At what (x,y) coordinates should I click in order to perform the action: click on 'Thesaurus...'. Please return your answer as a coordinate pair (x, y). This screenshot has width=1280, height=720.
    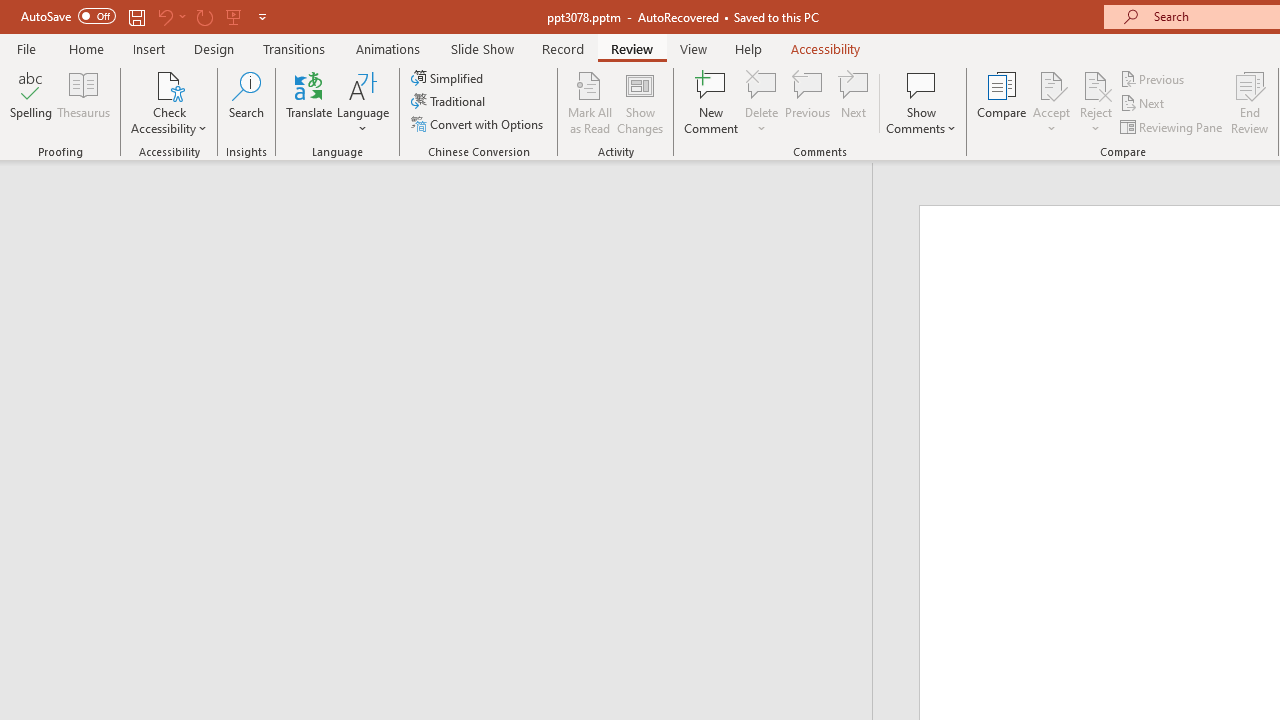
    Looking at the image, I should click on (82, 103).